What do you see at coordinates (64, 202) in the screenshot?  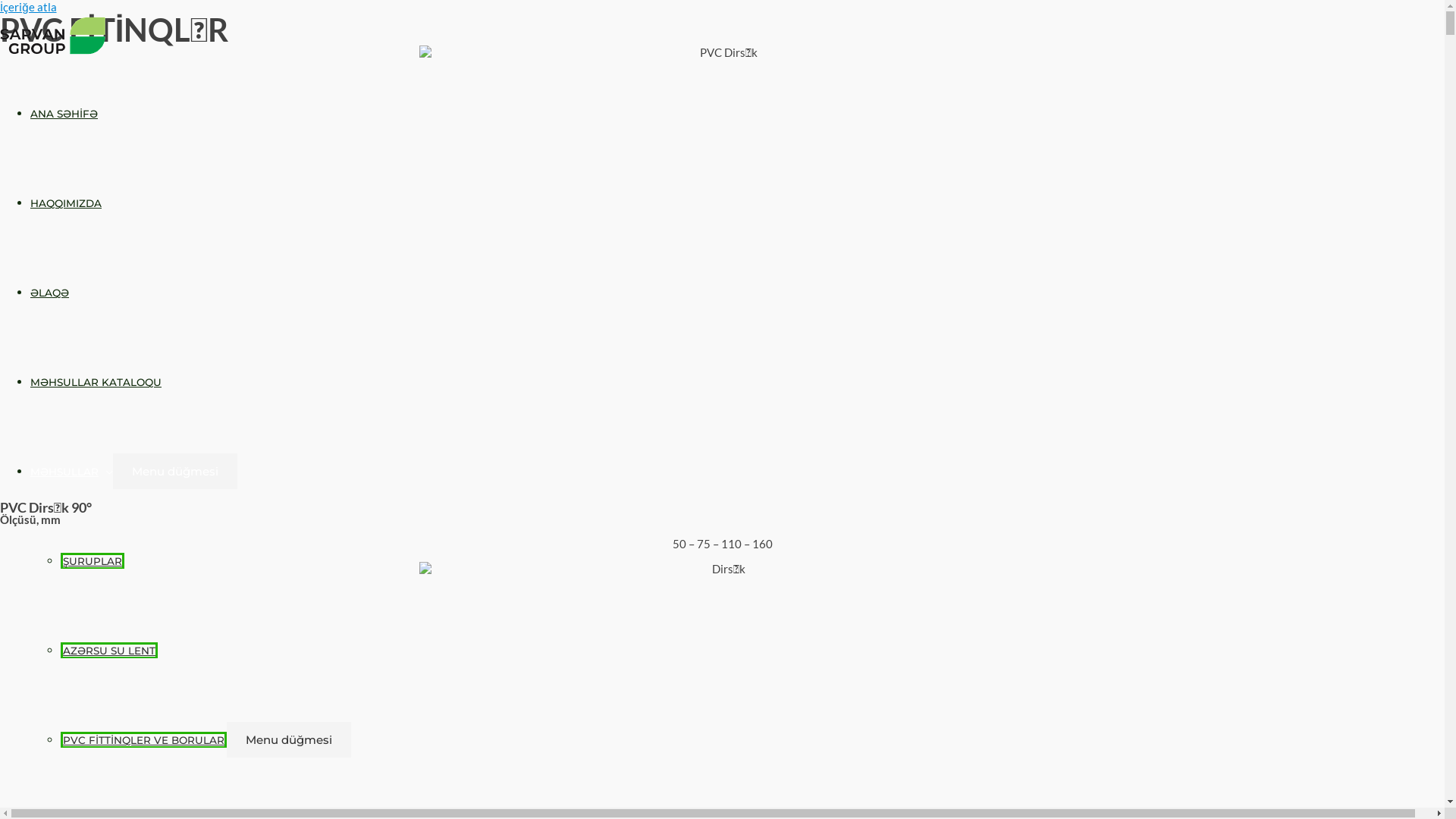 I see `'HAQQIMIZDA'` at bounding box center [64, 202].